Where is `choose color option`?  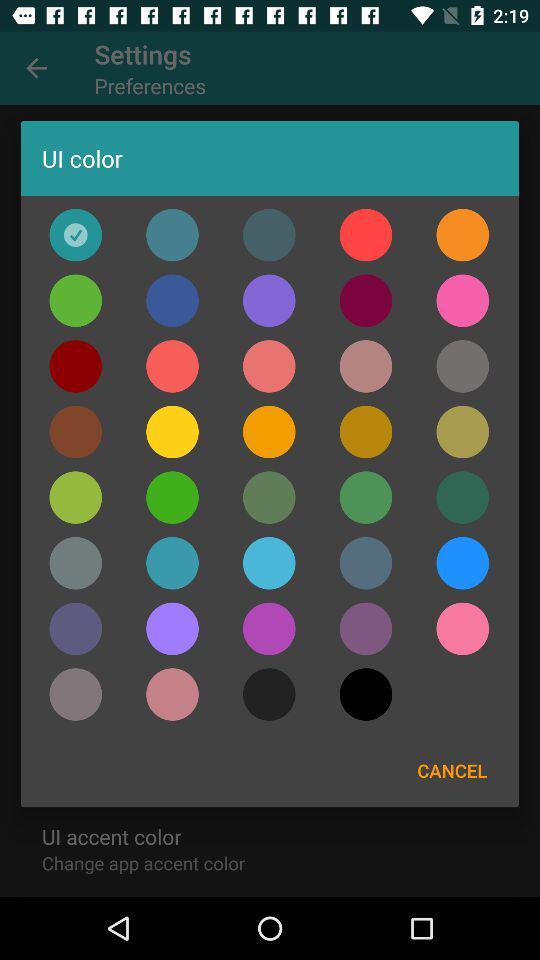 choose color option is located at coordinates (462, 235).